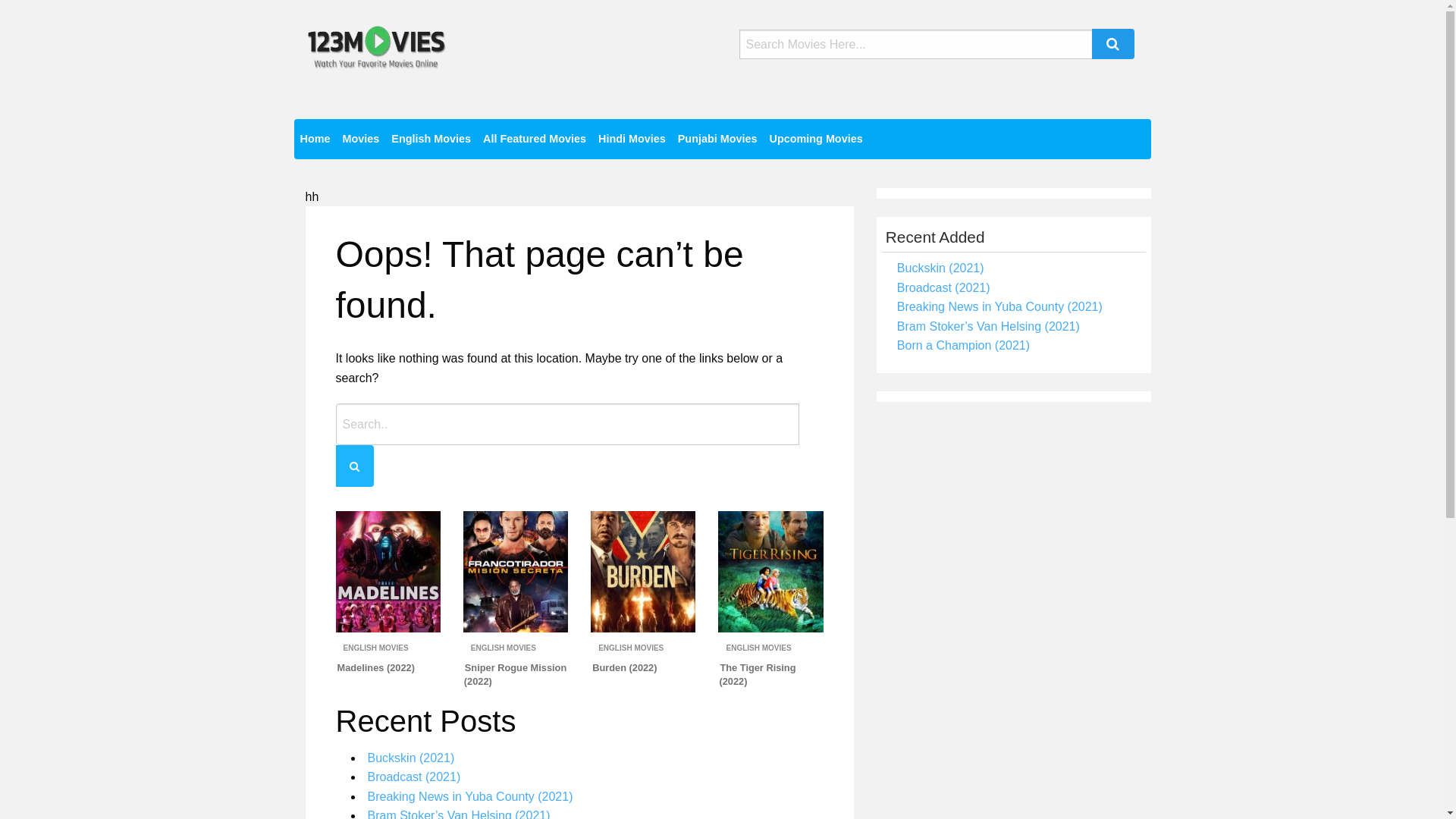 The width and height of the screenshot is (1456, 819). I want to click on 'Broadcast (2021)', so click(943, 287).